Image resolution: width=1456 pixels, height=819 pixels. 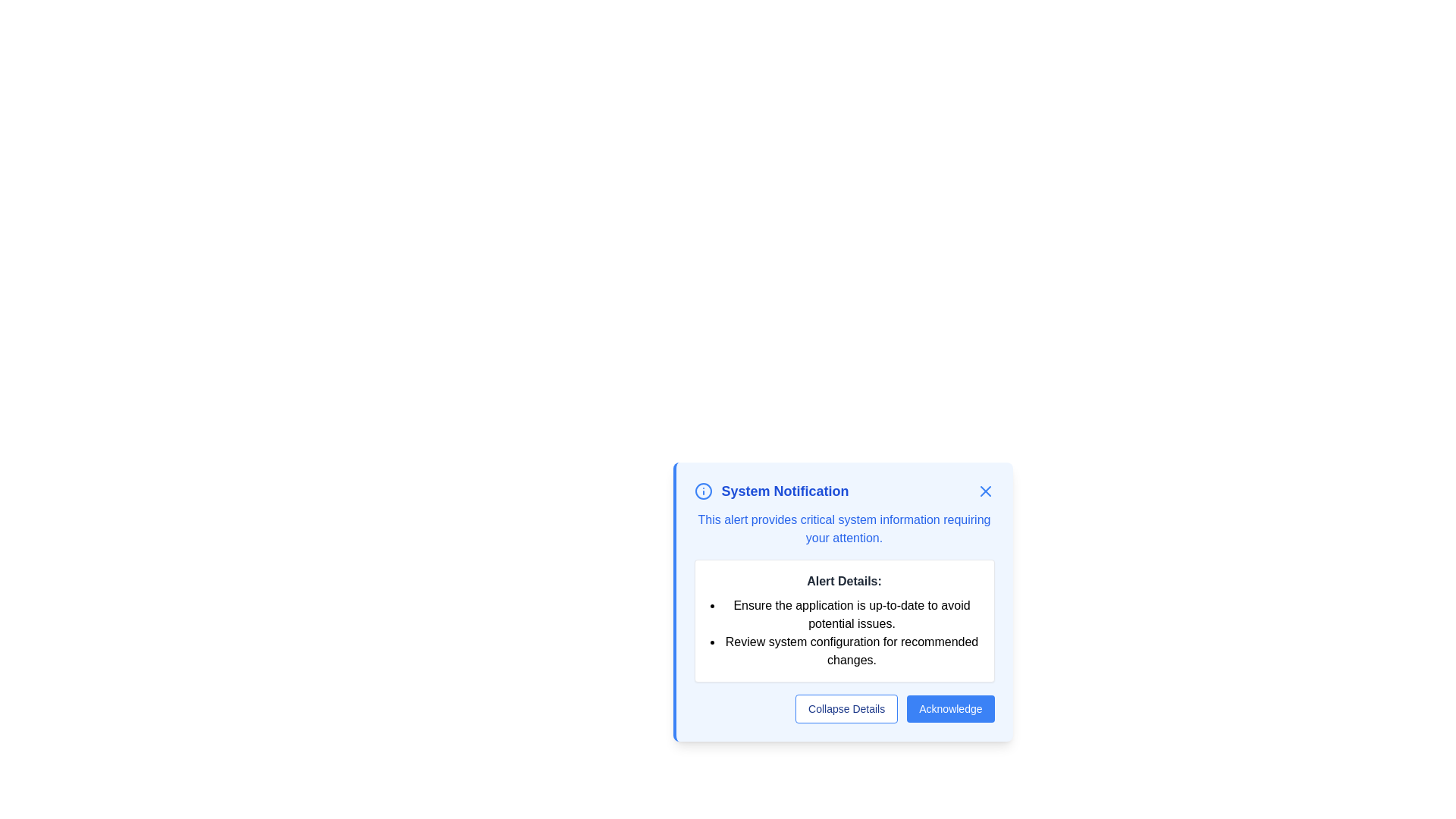 I want to click on the blue close button icon located in the top-right corner of the notification header, adjacent to 'System Notification', to observe the color change, so click(x=985, y=491).